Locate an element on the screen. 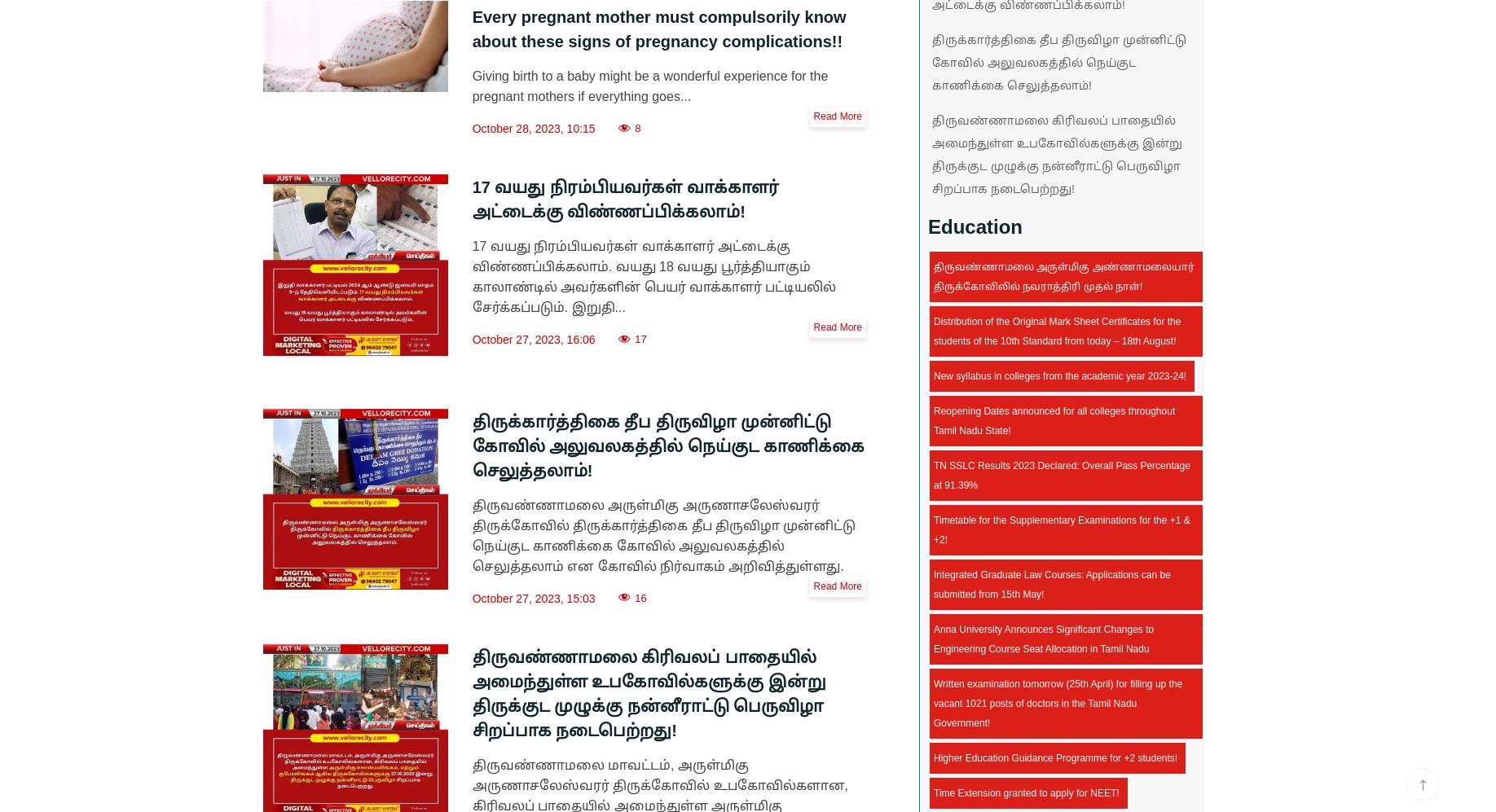 This screenshot has height=812, width=1496. 'TN SSLC Results 2023 Declared: Overall Pass Percentage at 91.39%' is located at coordinates (1061, 476).